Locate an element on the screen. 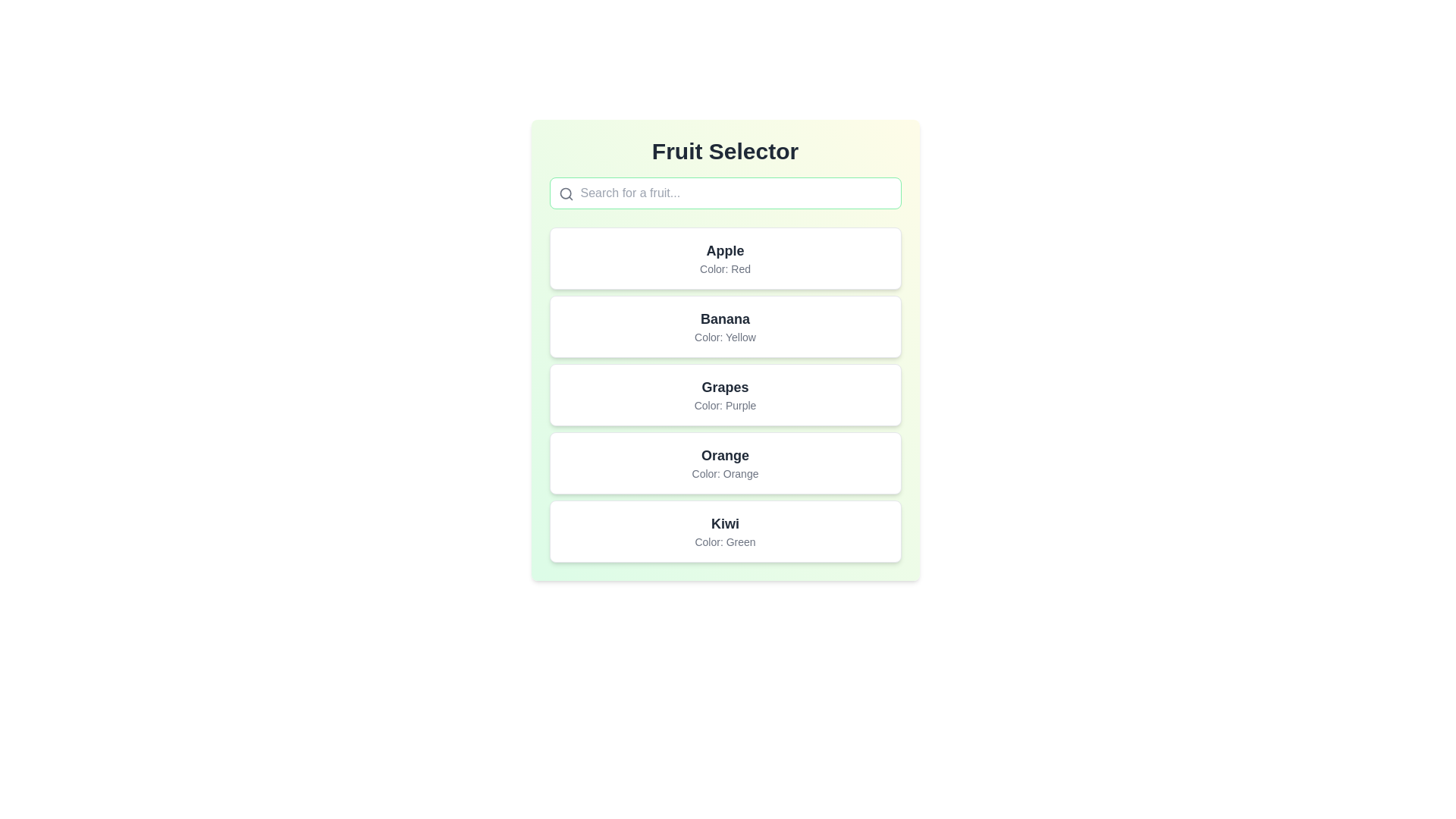 The width and height of the screenshot is (1456, 819). the search icon, which is a circular magnifying glass symbol with a handle, located on the left side of the search input field, slightly overlapping the input field is located at coordinates (565, 193).